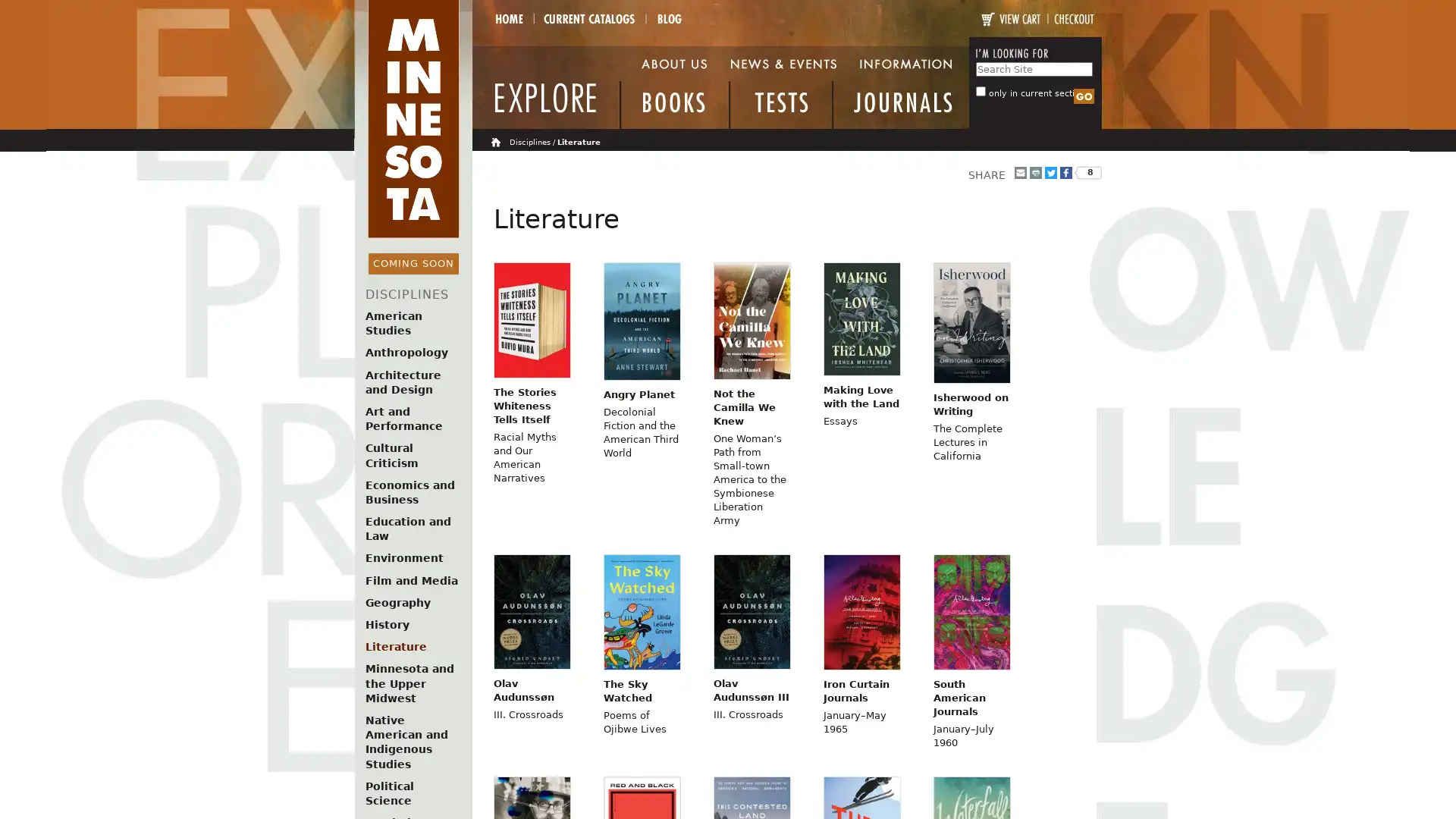 Image resolution: width=1456 pixels, height=819 pixels. Describe the element at coordinates (1083, 96) in the screenshot. I see `Search` at that location.